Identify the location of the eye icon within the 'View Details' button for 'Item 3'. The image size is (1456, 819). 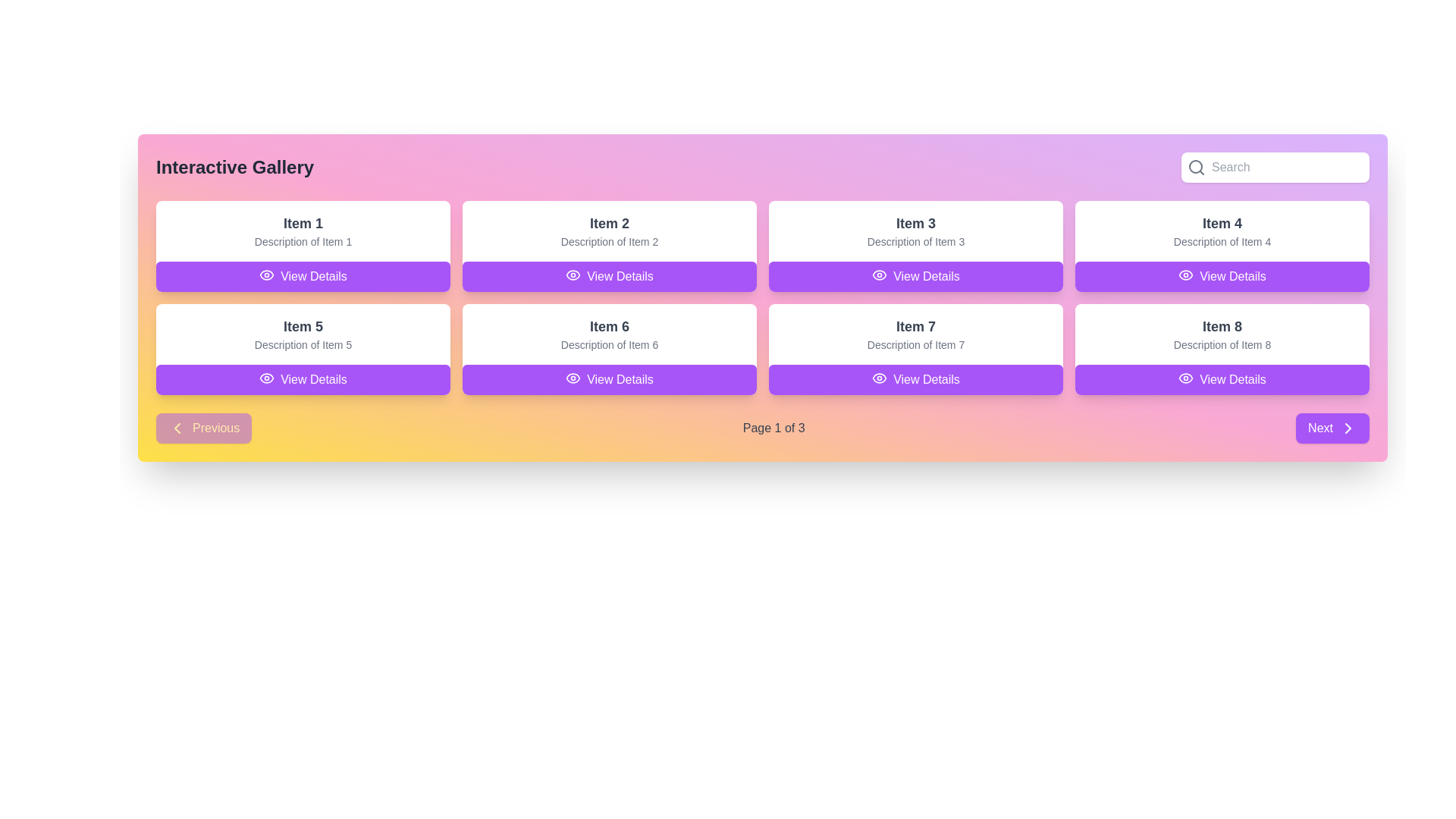
(880, 275).